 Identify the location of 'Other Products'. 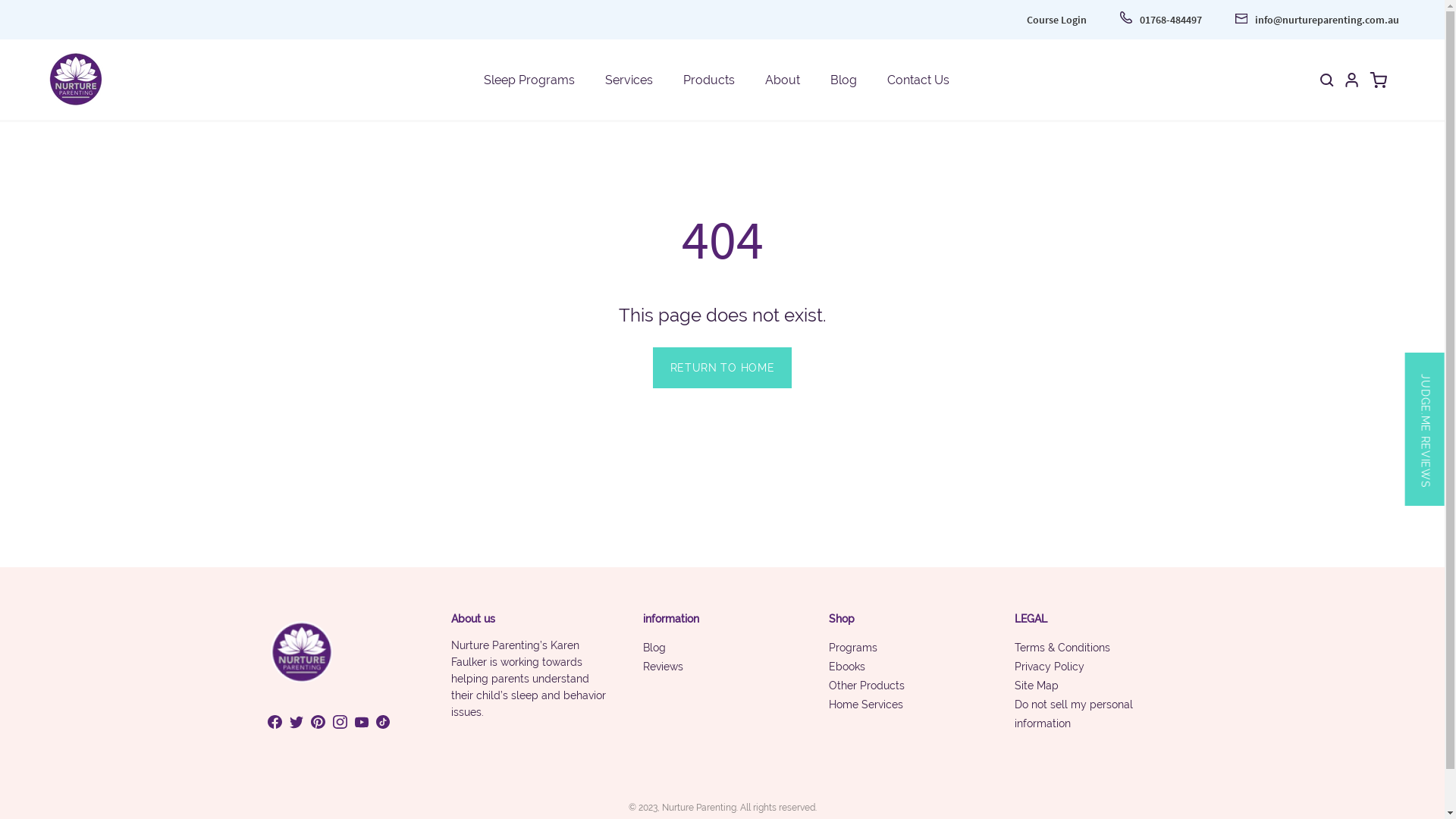
(866, 685).